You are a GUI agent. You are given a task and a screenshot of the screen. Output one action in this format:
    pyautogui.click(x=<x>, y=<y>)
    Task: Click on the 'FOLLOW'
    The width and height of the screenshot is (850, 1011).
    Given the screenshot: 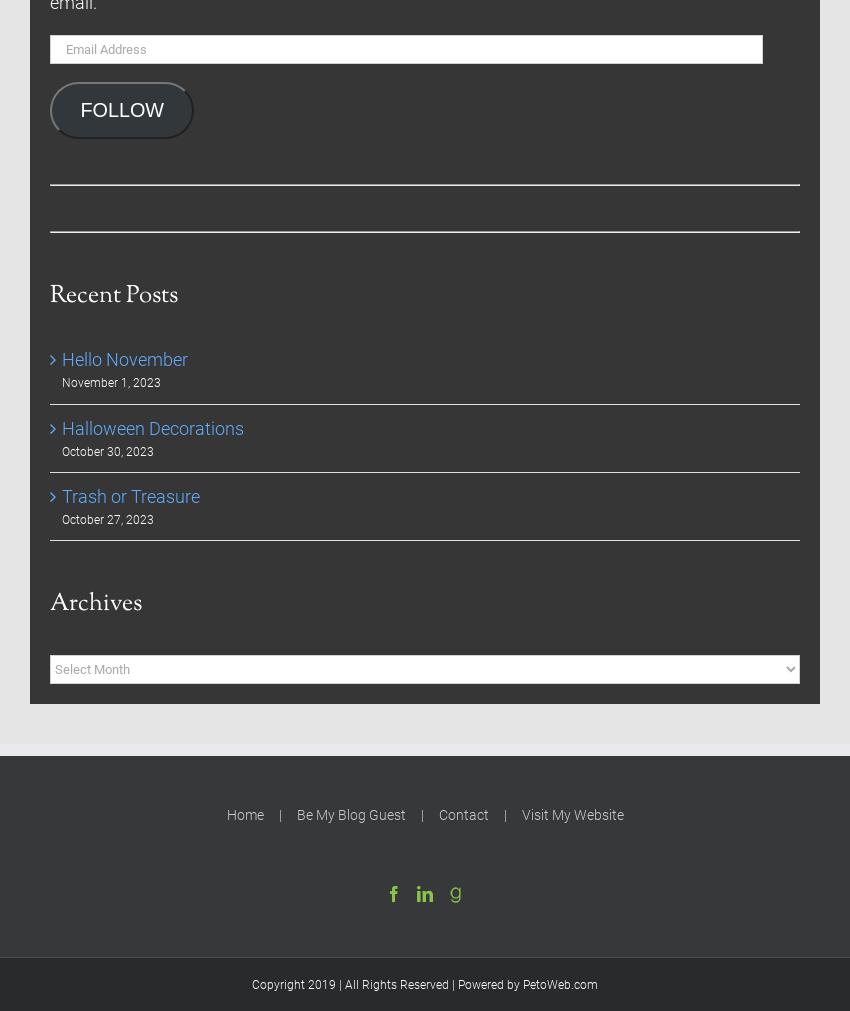 What is the action you would take?
    pyautogui.click(x=79, y=108)
    